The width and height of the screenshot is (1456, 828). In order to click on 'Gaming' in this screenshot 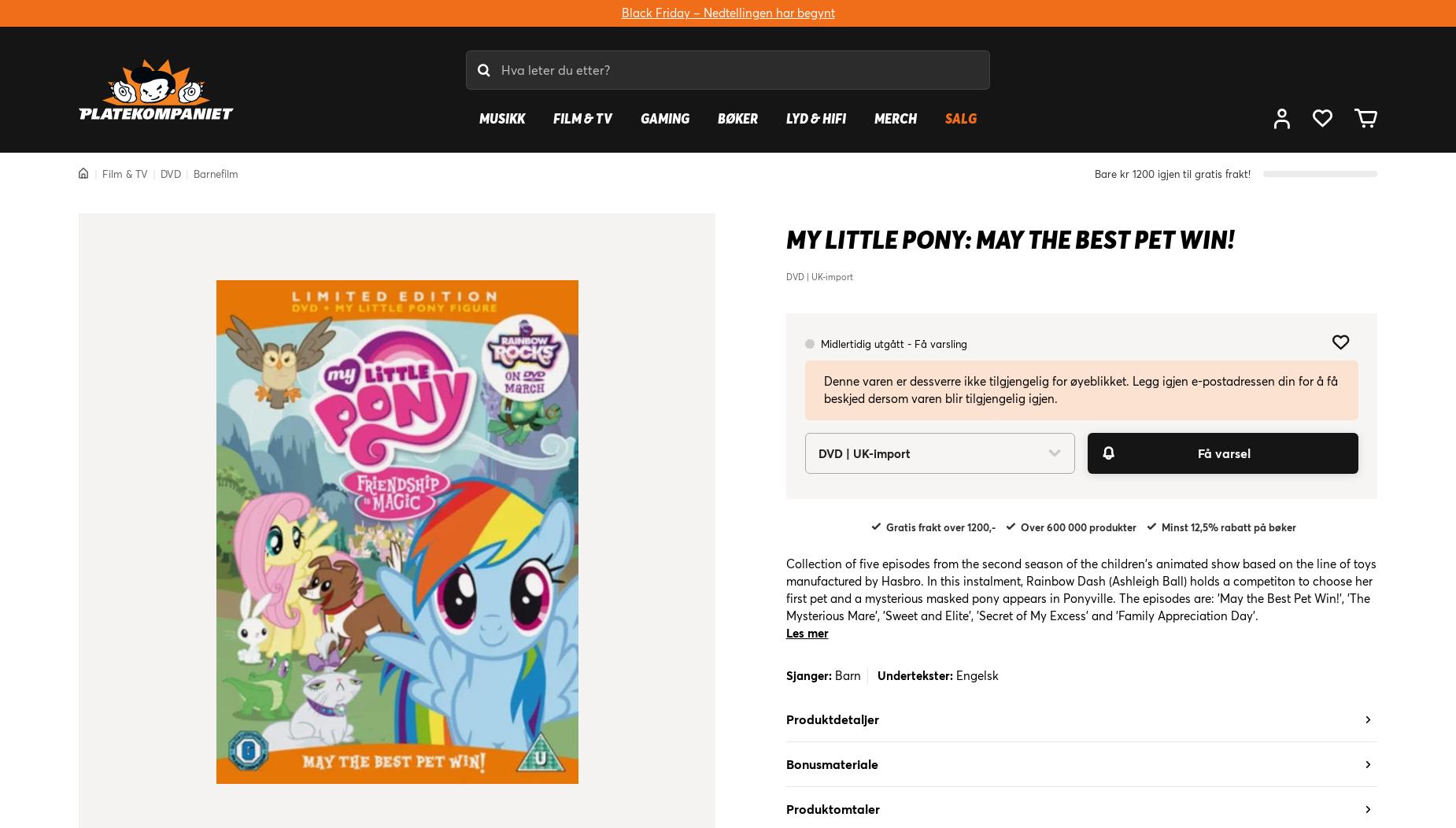, I will do `click(665, 117)`.